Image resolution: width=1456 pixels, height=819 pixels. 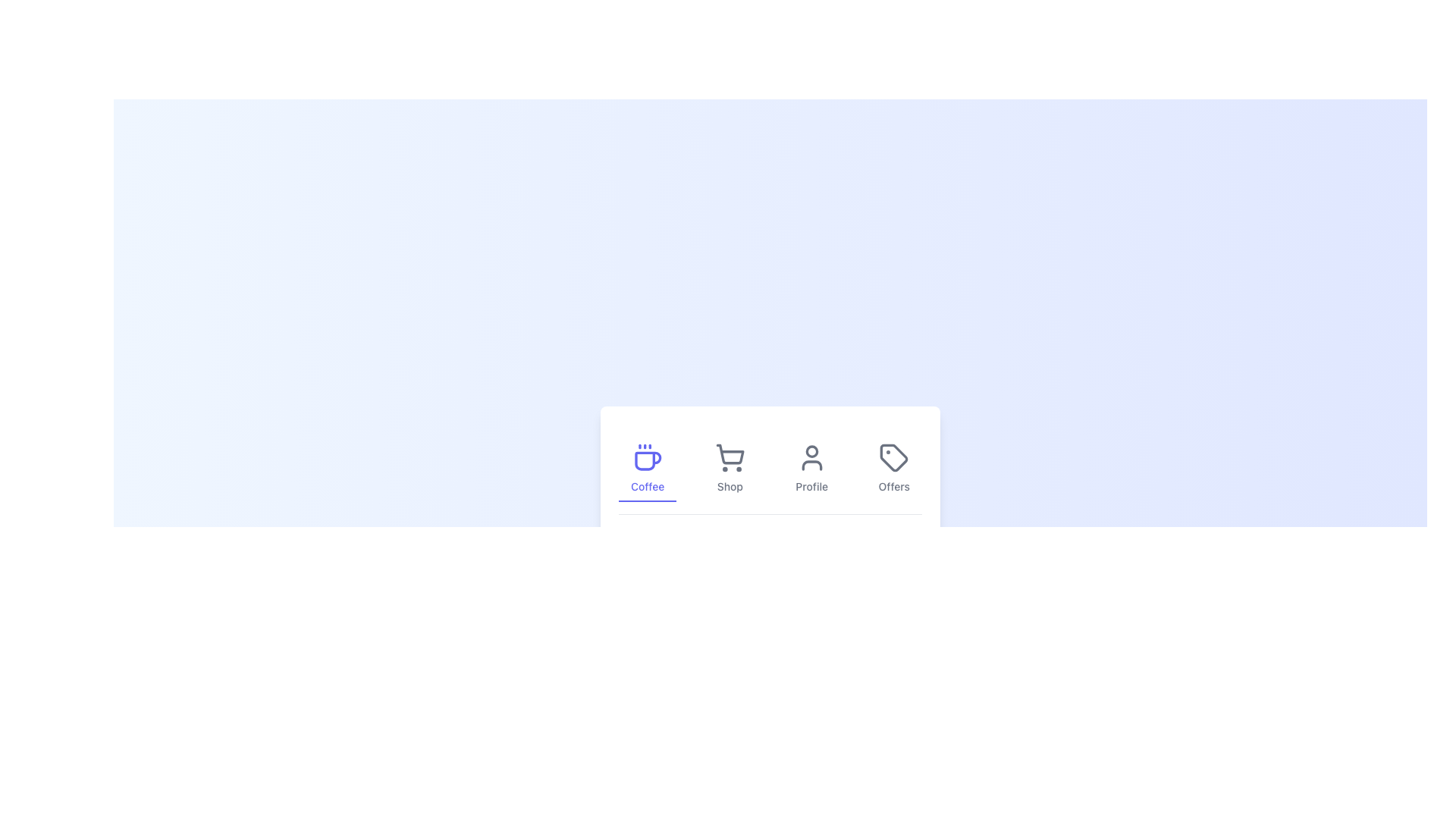 I want to click on the lower portion of the coffee cup icon, which is styled in minimalist line-art and serves as the main emblem for the 'Coffee' menu, so click(x=648, y=460).